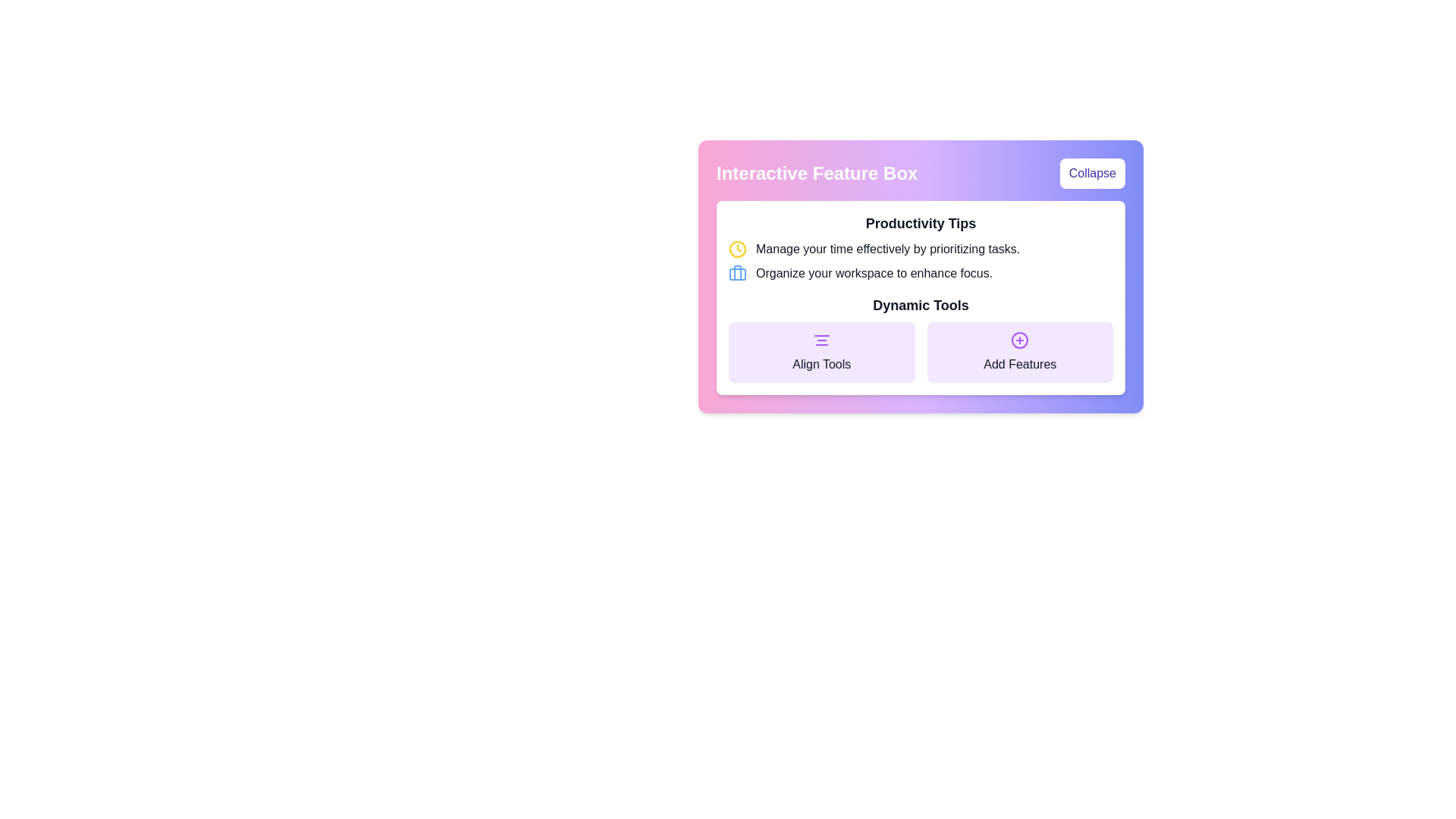  I want to click on productivity tip text in the Informational text element located in the lower part of the 'Productivity Tips' section, specifically the second tip below 'Manage your time effectively by prioritizing tasks.', so click(920, 274).